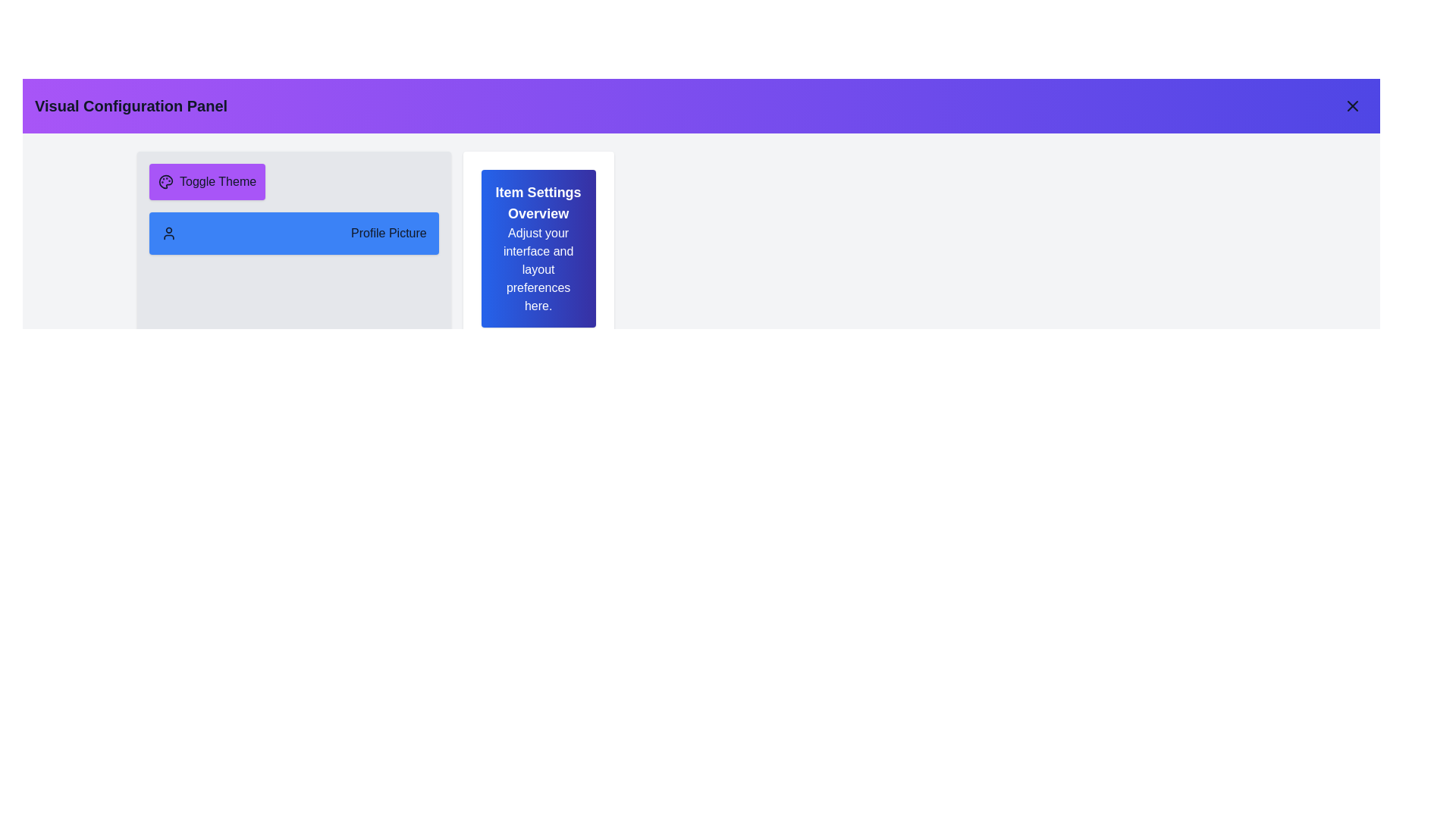 The image size is (1456, 819). Describe the element at coordinates (130, 105) in the screenshot. I see `the text header that reads 'Visual Configuration Panel', which is styled in bold and large font within a gradient-colored rectangular banner` at that location.